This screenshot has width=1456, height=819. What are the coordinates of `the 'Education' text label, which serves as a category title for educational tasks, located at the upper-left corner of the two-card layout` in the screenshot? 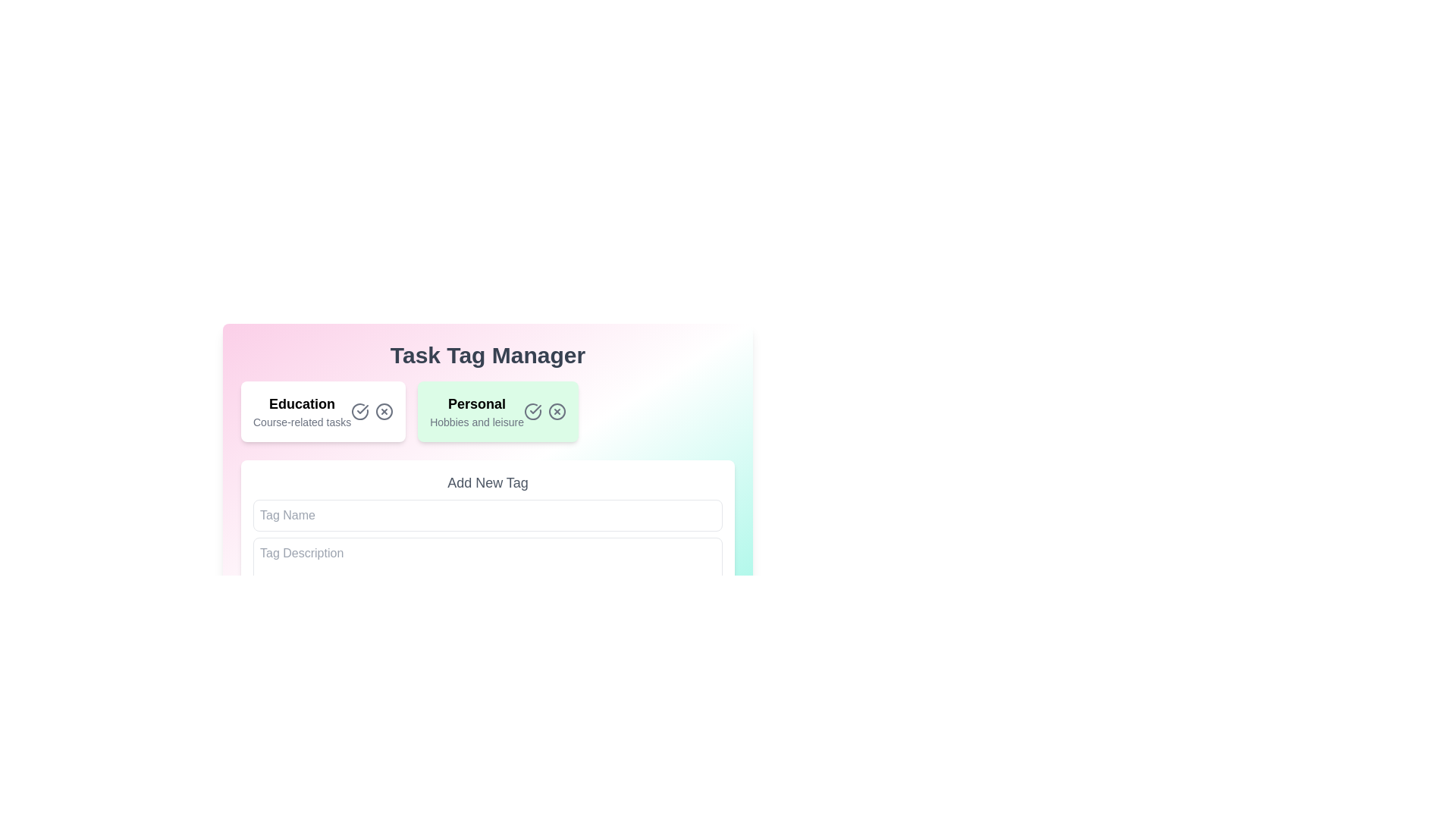 It's located at (302, 403).